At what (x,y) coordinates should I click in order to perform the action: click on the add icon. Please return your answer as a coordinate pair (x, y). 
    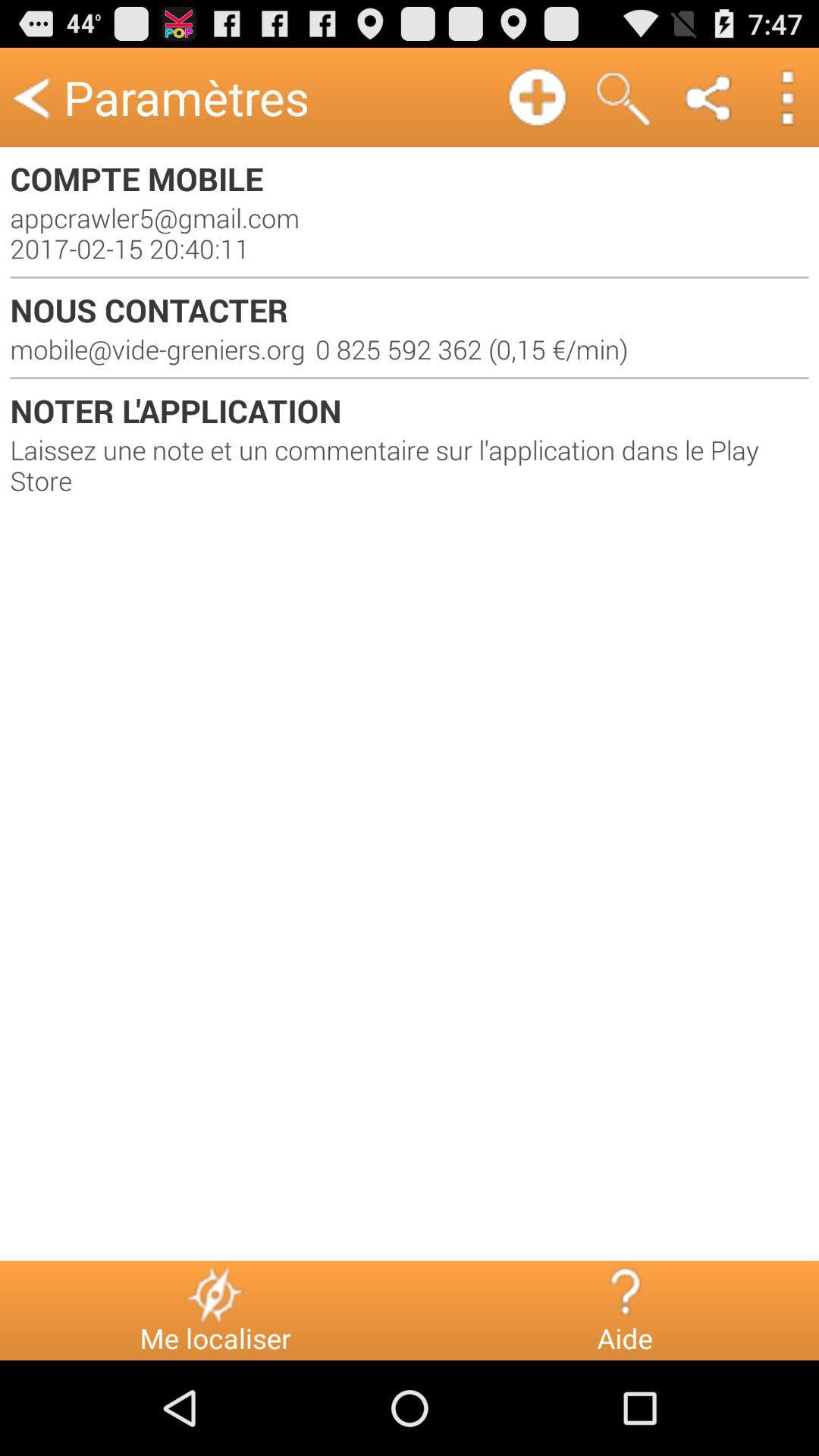
    Looking at the image, I should click on (536, 103).